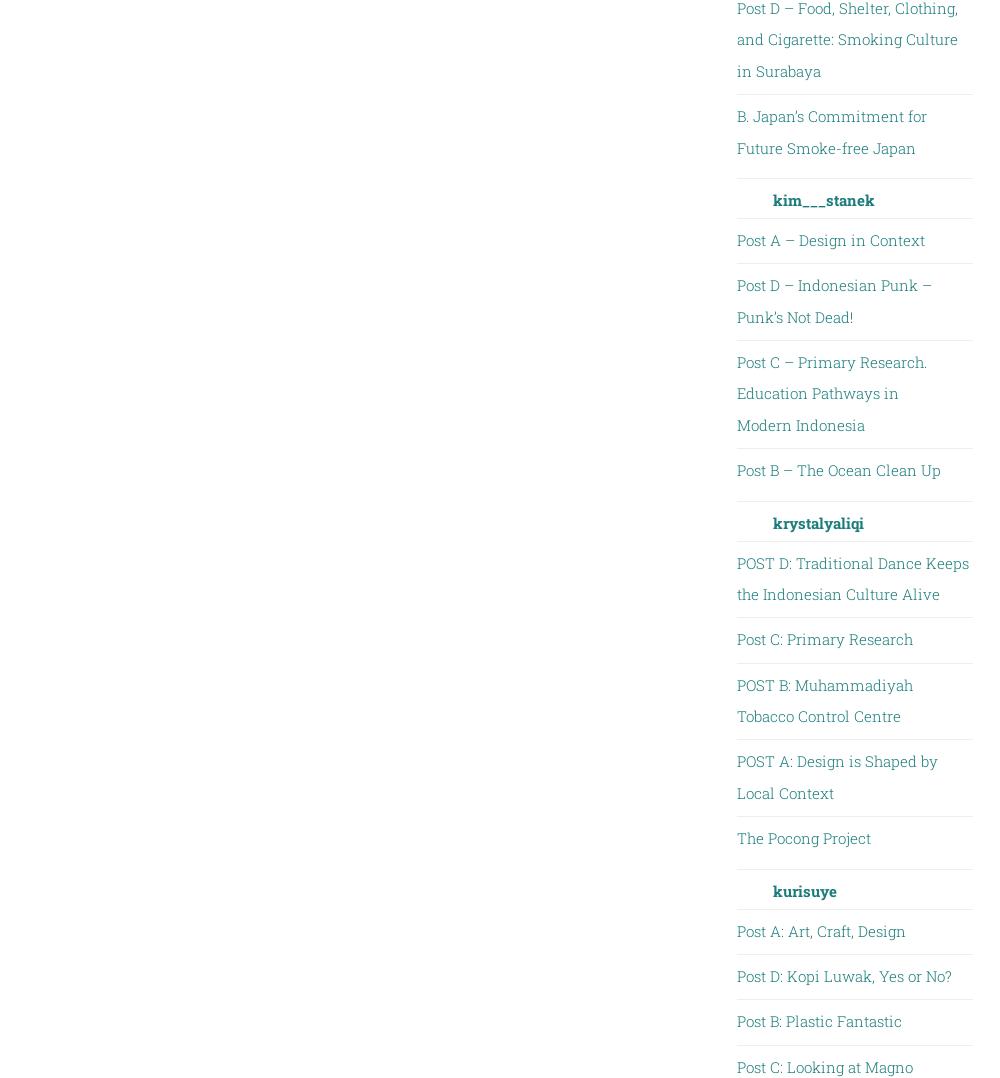 This screenshot has width=1000, height=1078. I want to click on 'Post D  – Indonesian Punk – Punk’s Not Dead!', so click(832, 300).